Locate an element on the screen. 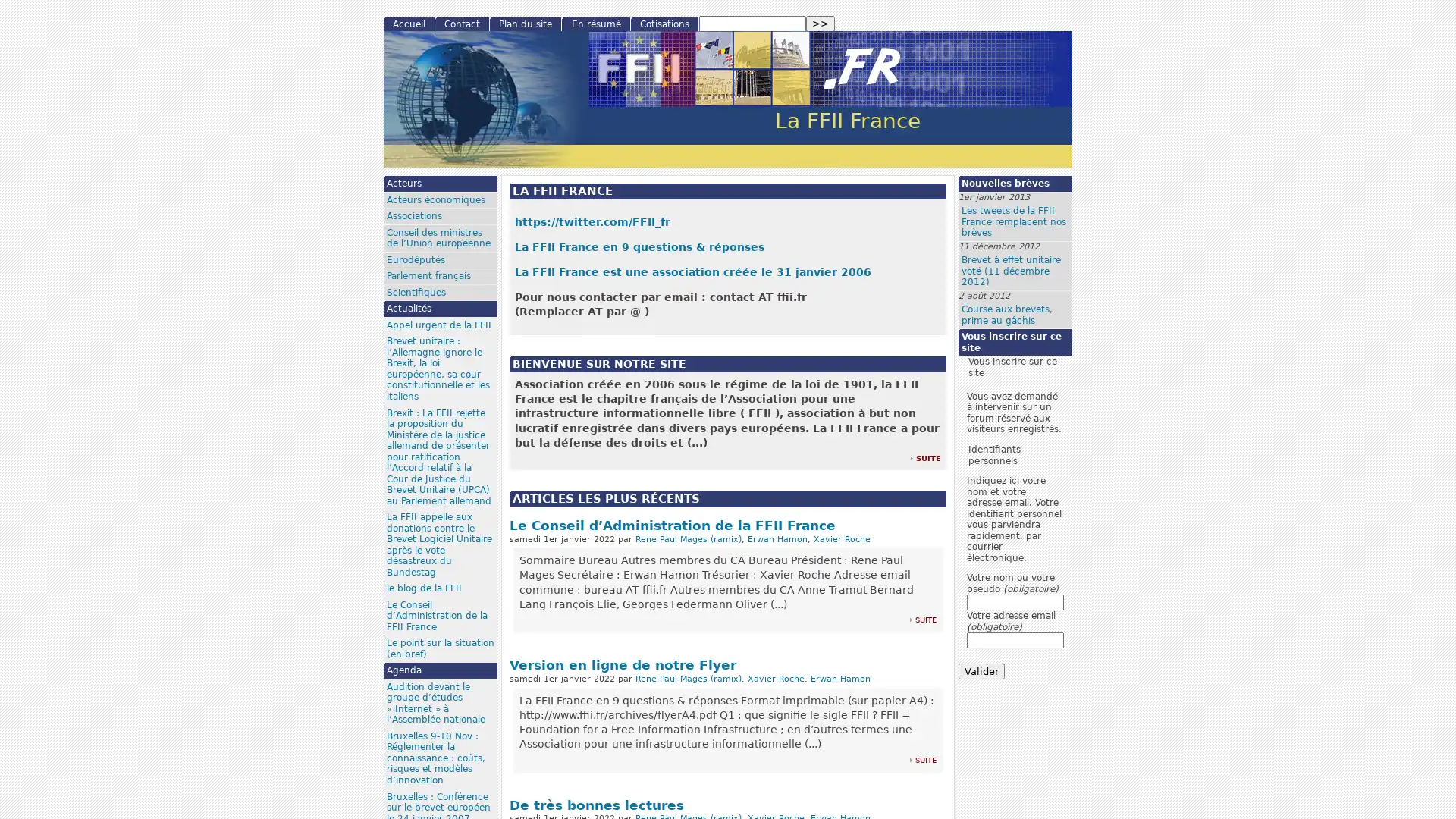 The height and width of the screenshot is (819, 1456). Valider is located at coordinates (981, 670).